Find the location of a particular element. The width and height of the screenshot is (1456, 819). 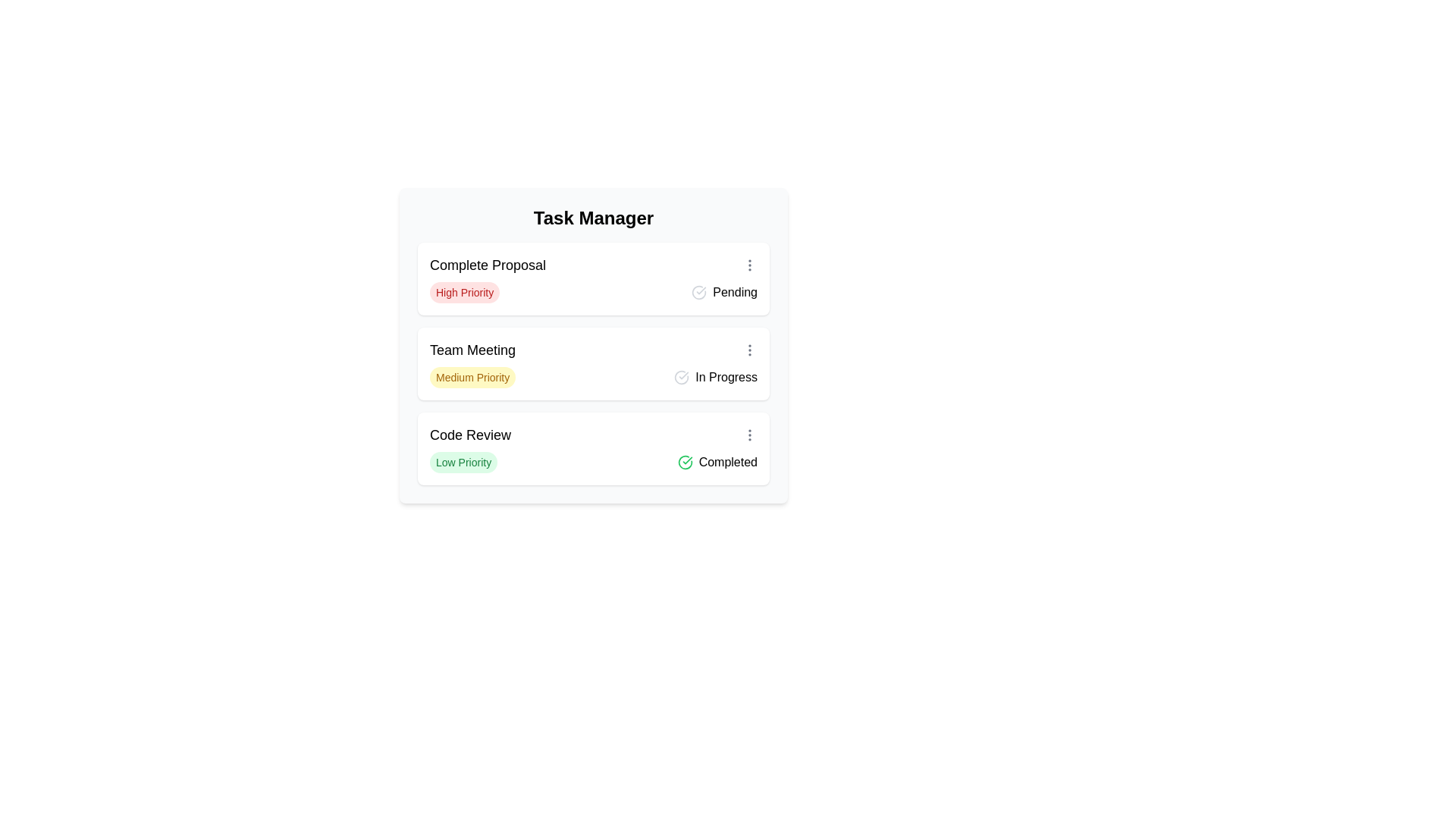

the 'High Priority' and 'Pending' labels in the task card under 'Complete Proposal' is located at coordinates (592, 292).